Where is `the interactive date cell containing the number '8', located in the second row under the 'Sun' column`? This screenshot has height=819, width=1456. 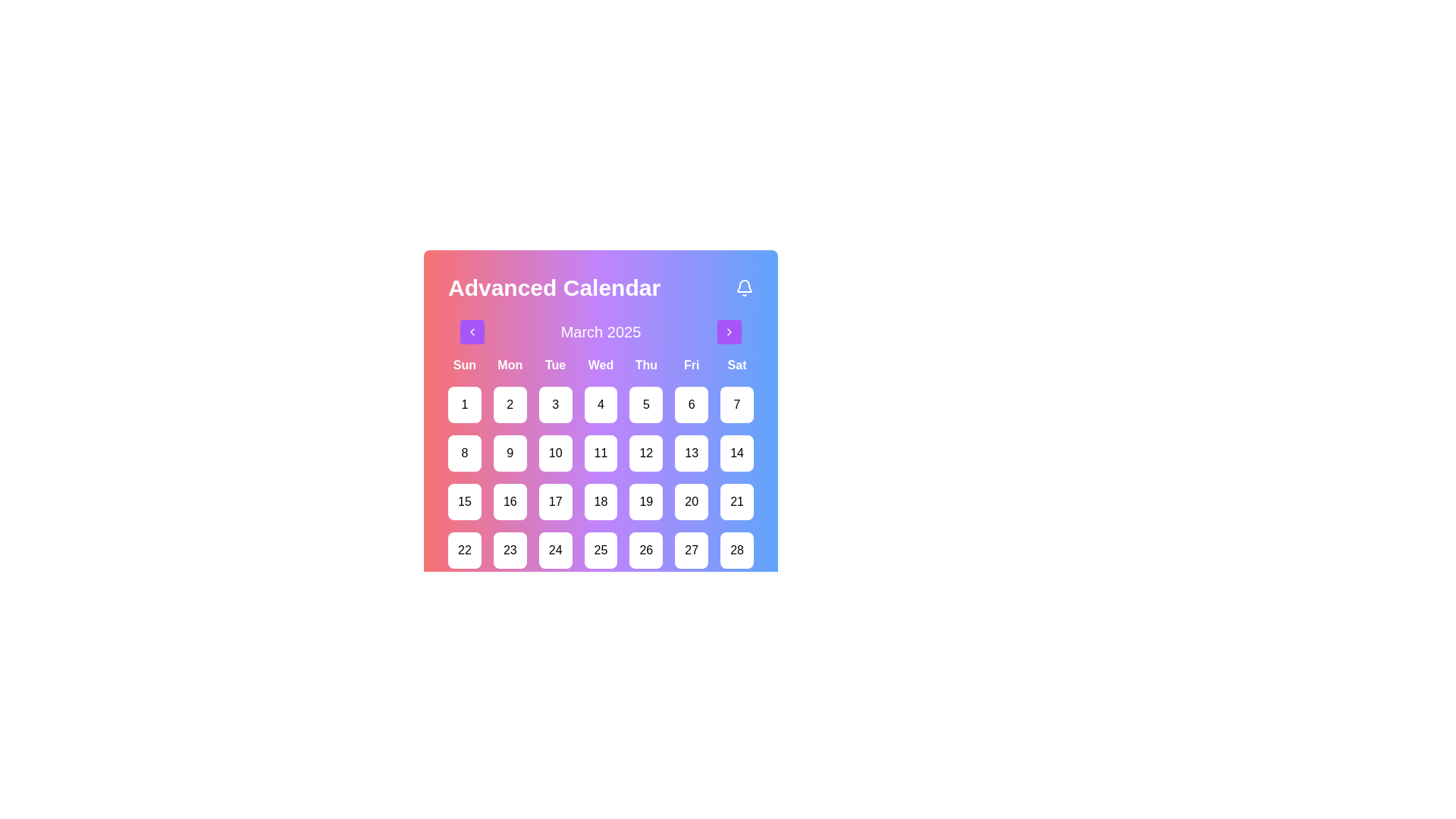
the interactive date cell containing the number '8', located in the second row under the 'Sun' column is located at coordinates (463, 452).